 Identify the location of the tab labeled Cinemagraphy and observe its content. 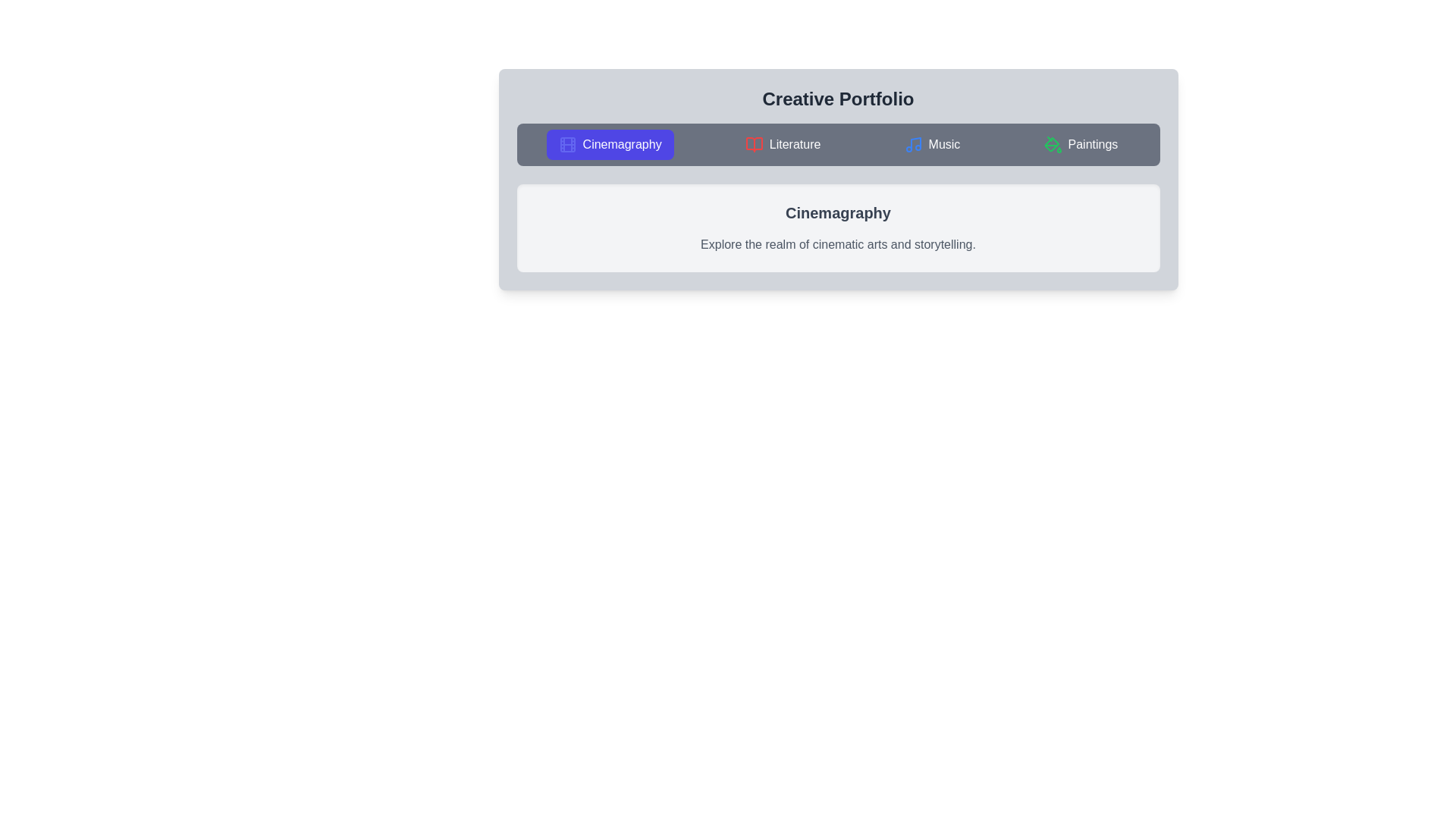
(610, 145).